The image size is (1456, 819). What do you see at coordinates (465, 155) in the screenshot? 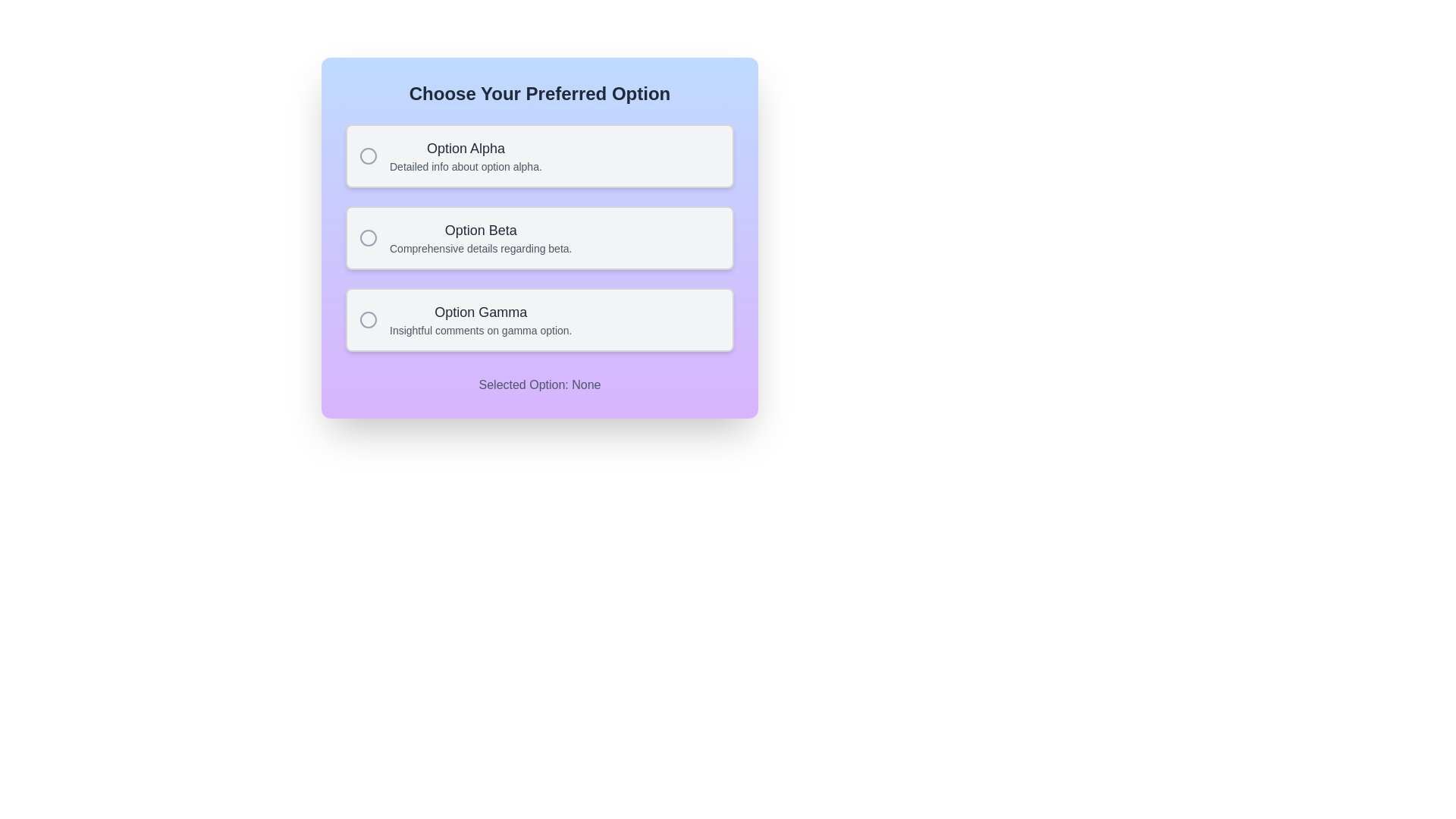
I see `information displayed in the Label containing 'Option Alpha' and its description in the topmost card of the vertical stack` at bounding box center [465, 155].